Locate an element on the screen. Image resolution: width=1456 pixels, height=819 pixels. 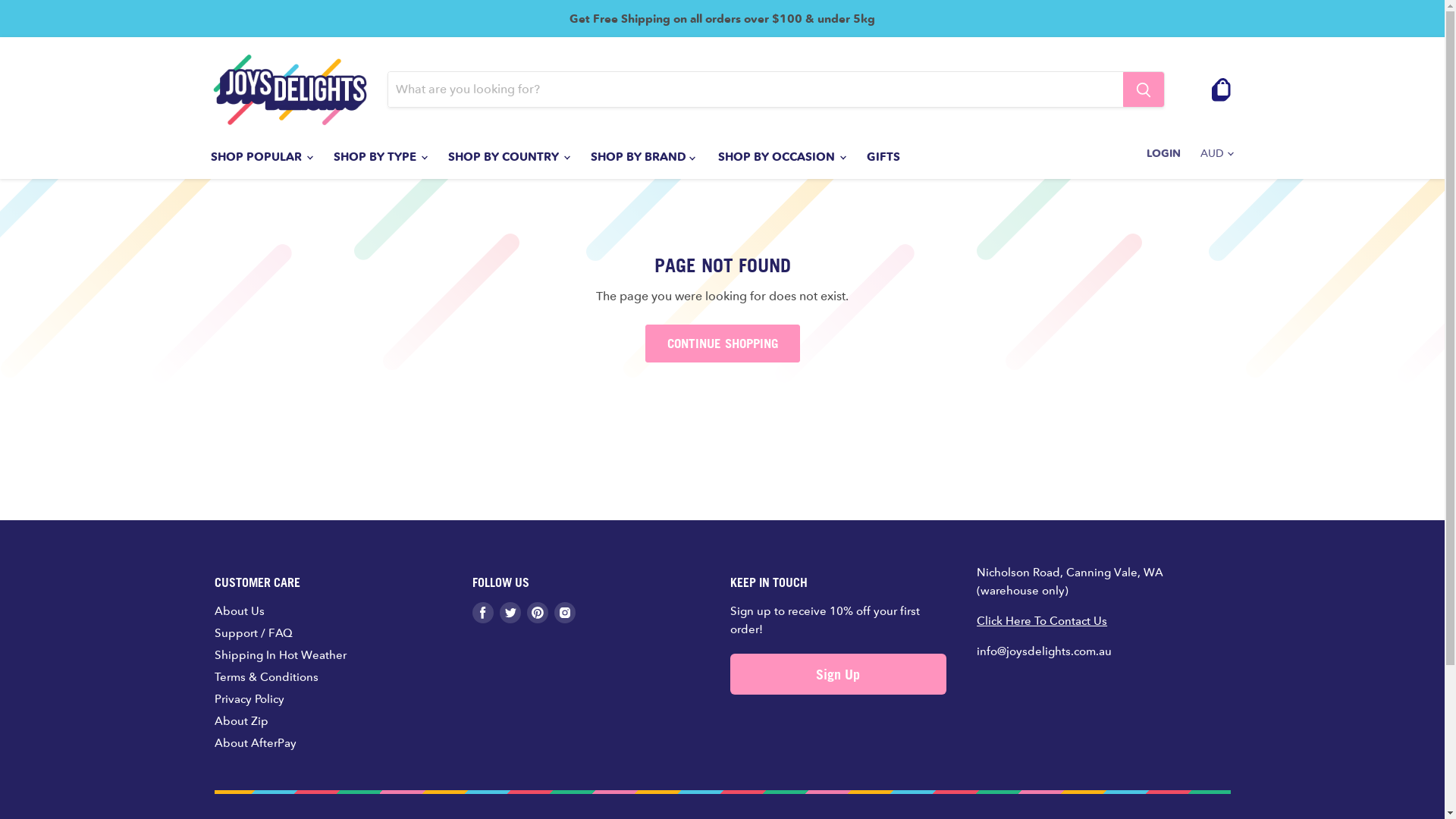
'Support / FAQ' is located at coordinates (253, 632).